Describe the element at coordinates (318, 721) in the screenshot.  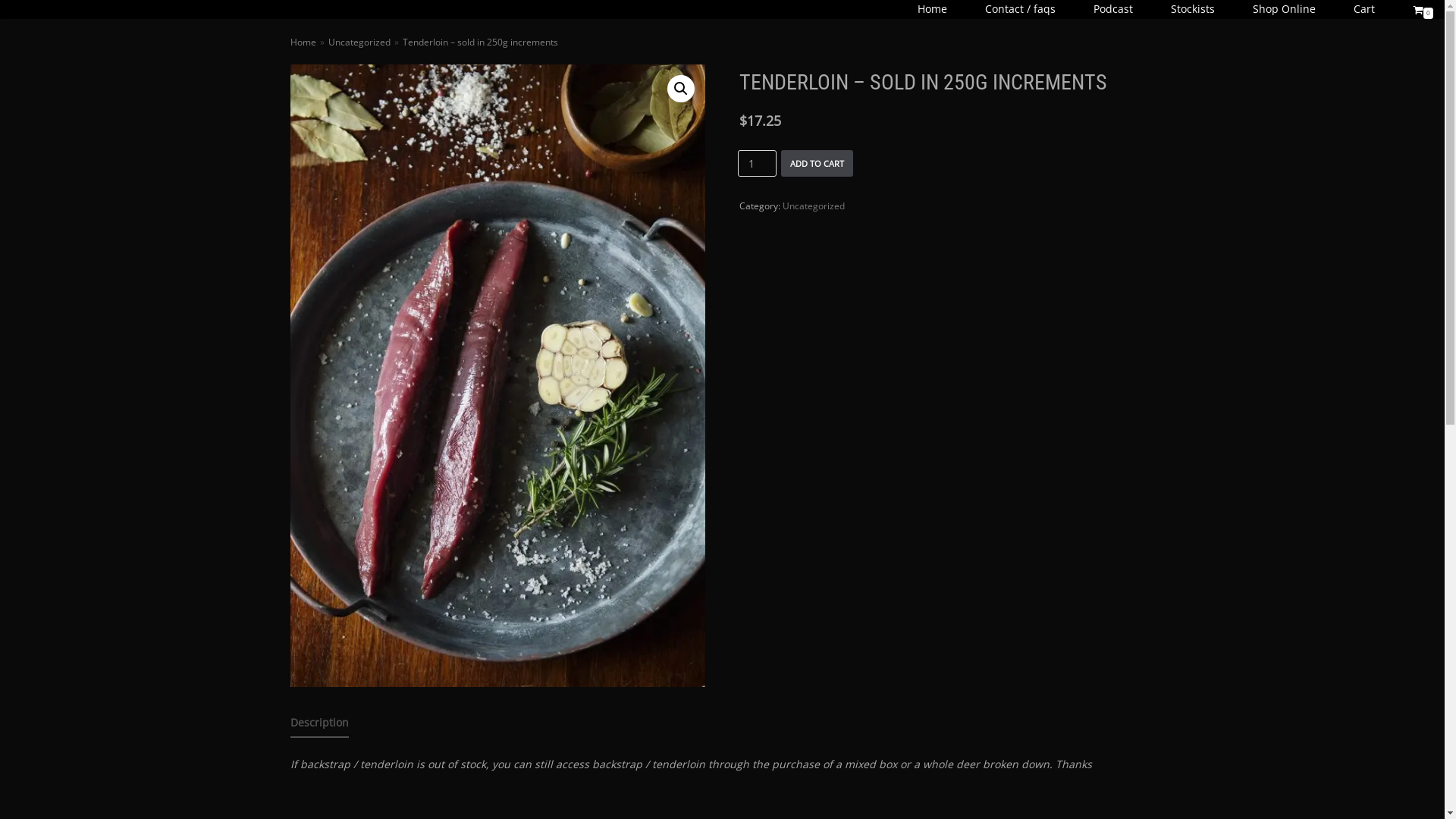
I see `'Description'` at that location.